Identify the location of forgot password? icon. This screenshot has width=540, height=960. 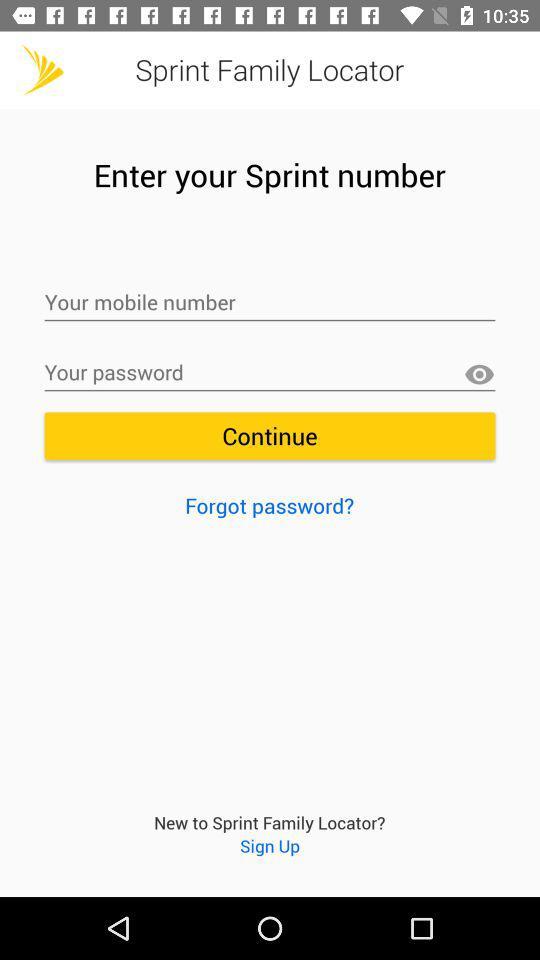
(269, 504).